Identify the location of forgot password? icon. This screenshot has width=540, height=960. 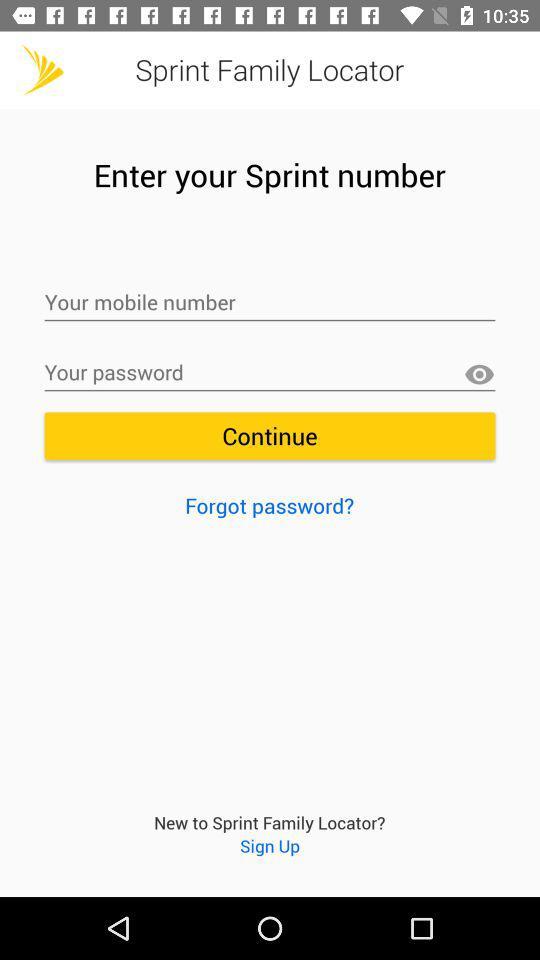
(269, 504).